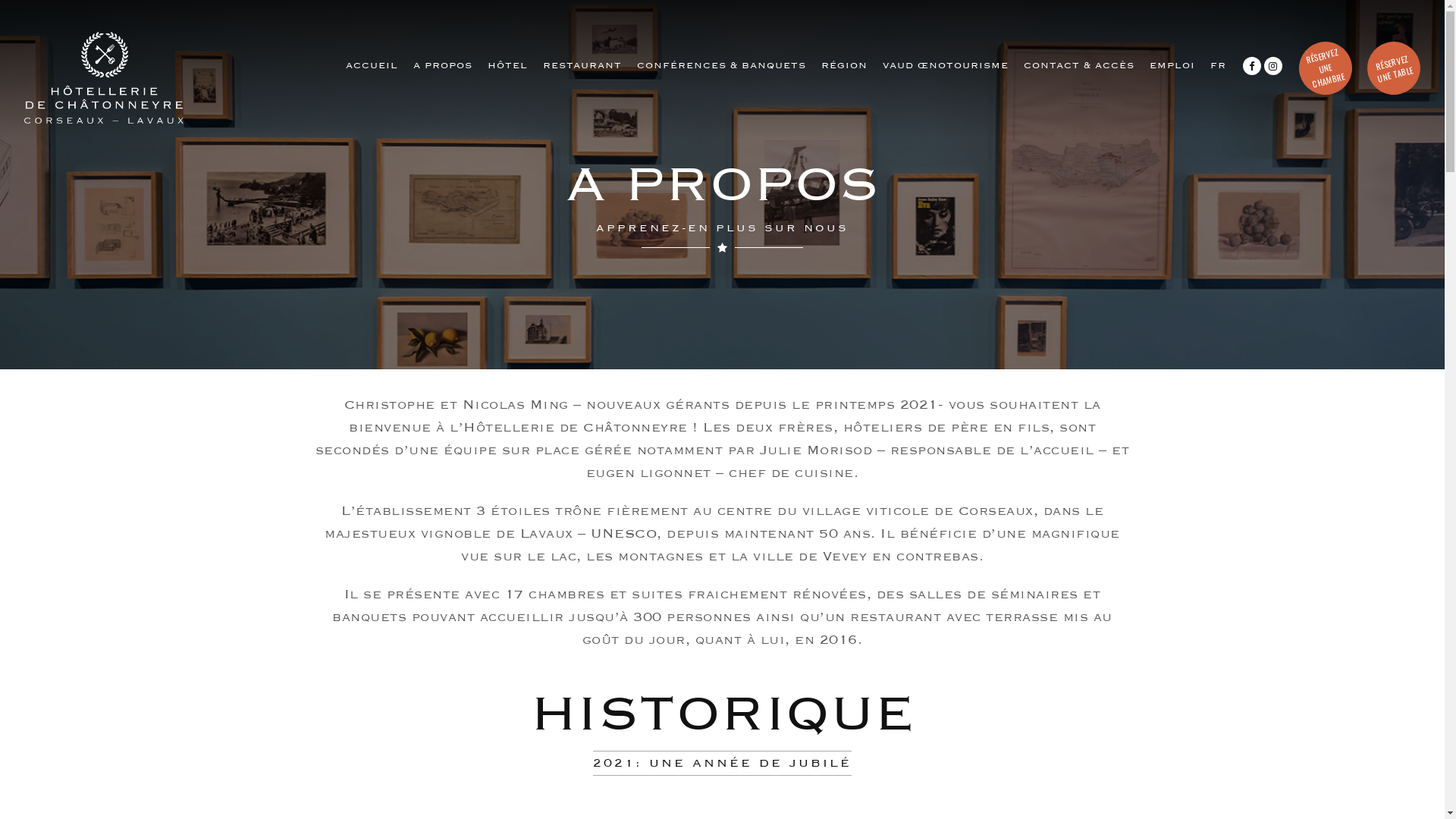 The height and width of the screenshot is (819, 1456). Describe the element at coordinates (372, 64) in the screenshot. I see `'ACCUEIL'` at that location.